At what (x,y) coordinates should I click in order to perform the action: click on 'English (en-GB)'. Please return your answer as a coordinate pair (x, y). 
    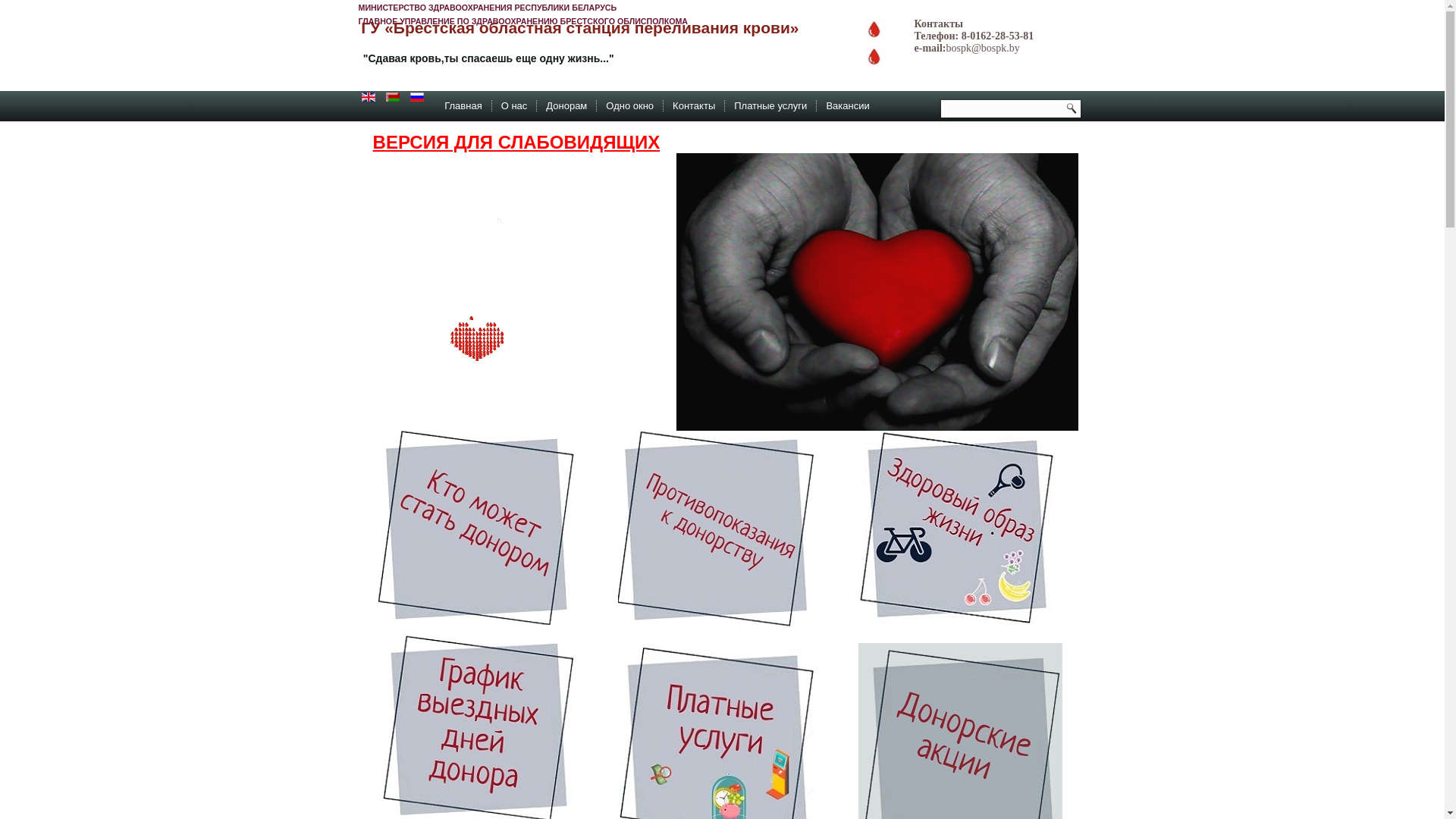
    Looking at the image, I should click on (368, 96).